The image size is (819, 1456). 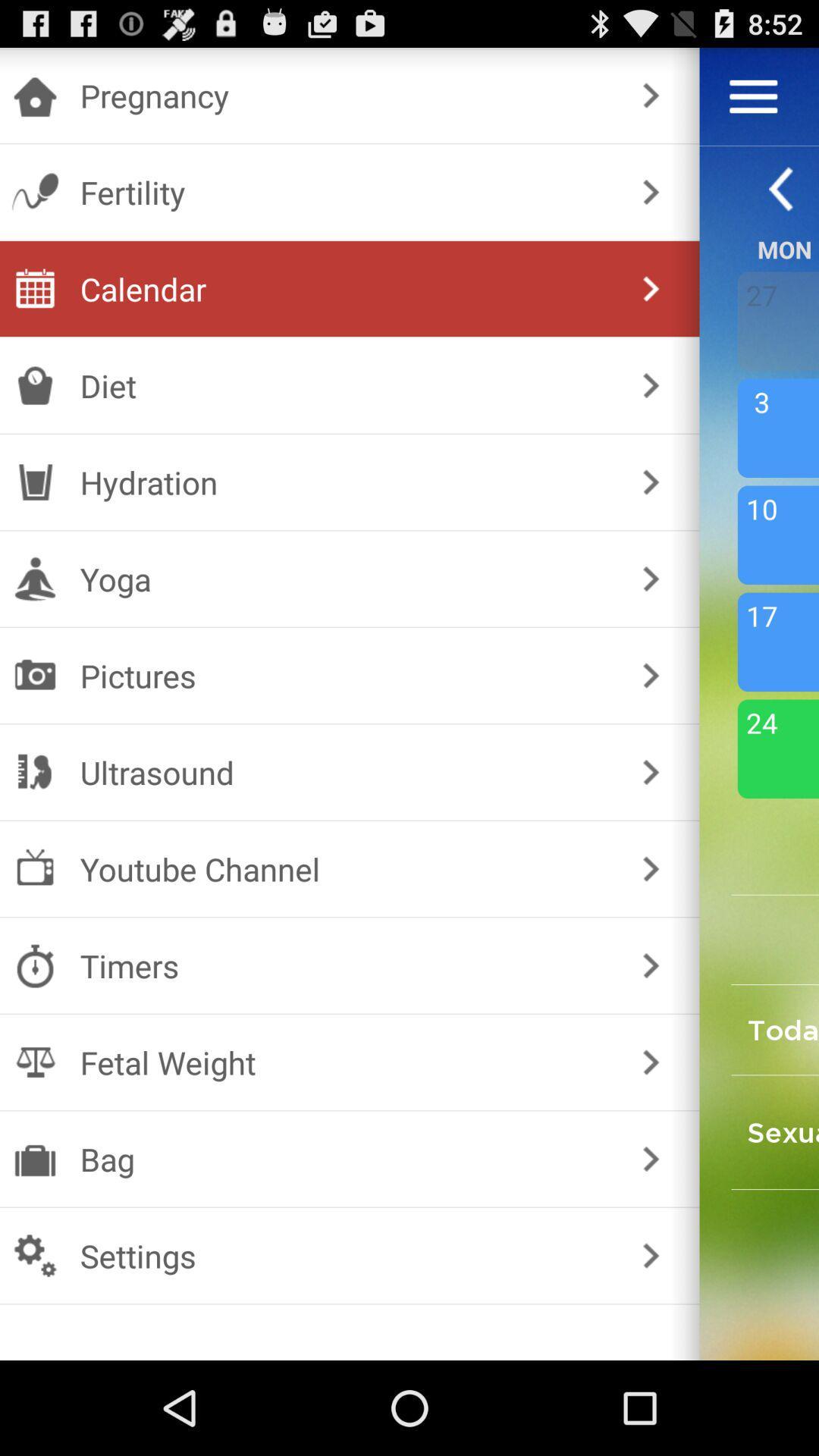 What do you see at coordinates (753, 96) in the screenshot?
I see `more options` at bounding box center [753, 96].